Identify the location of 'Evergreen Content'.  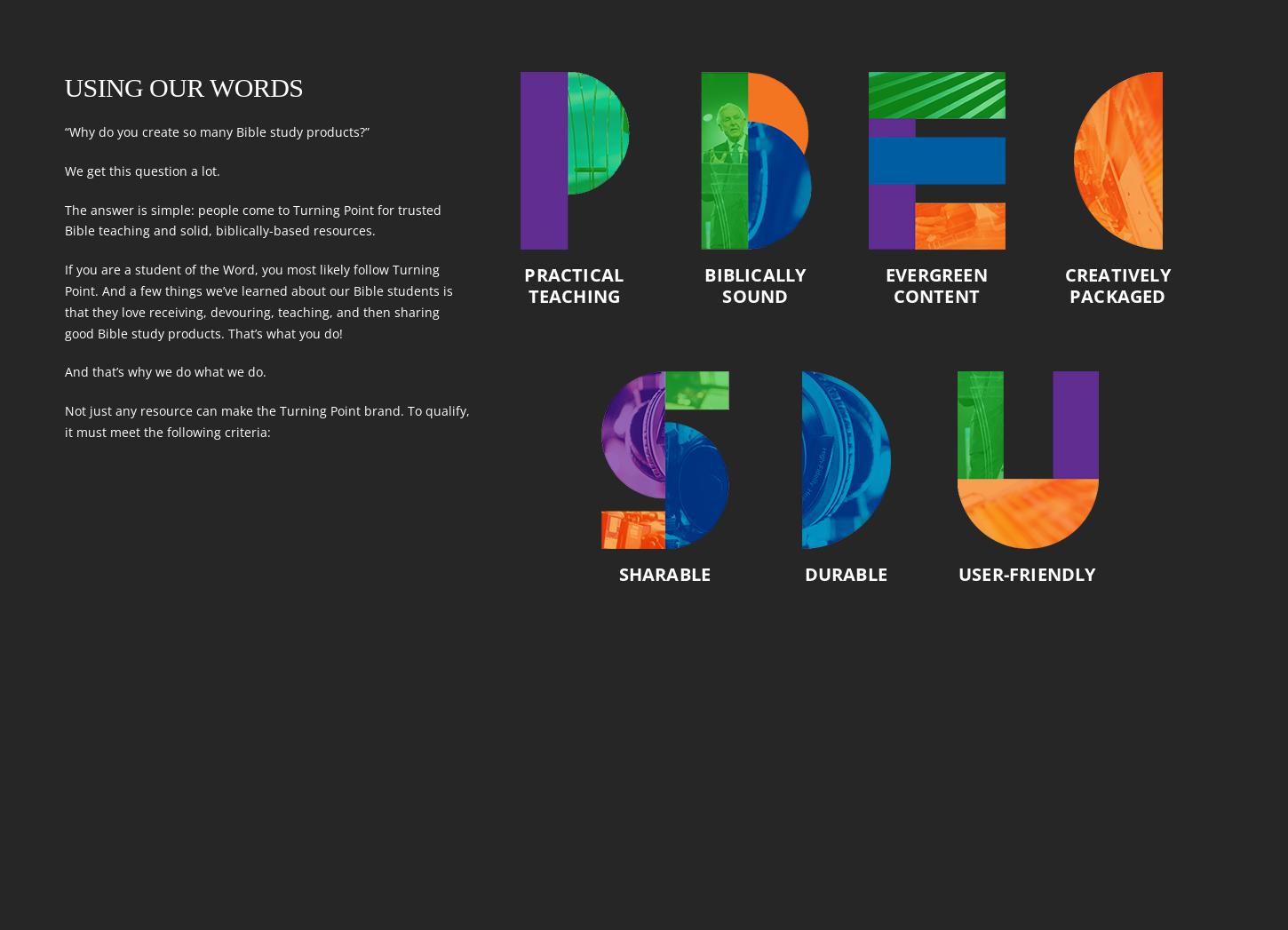
(935, 284).